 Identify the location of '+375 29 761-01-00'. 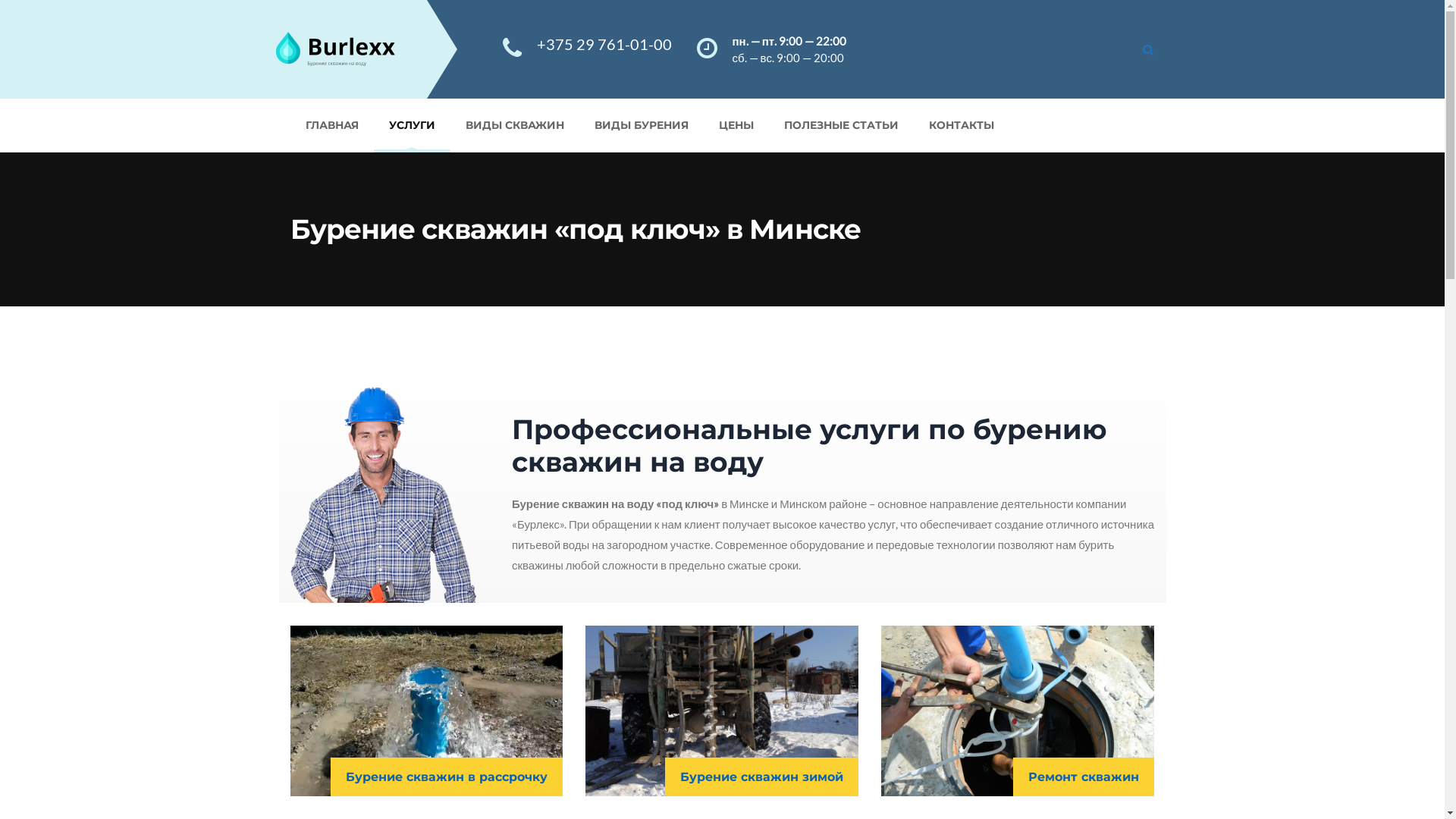
(537, 42).